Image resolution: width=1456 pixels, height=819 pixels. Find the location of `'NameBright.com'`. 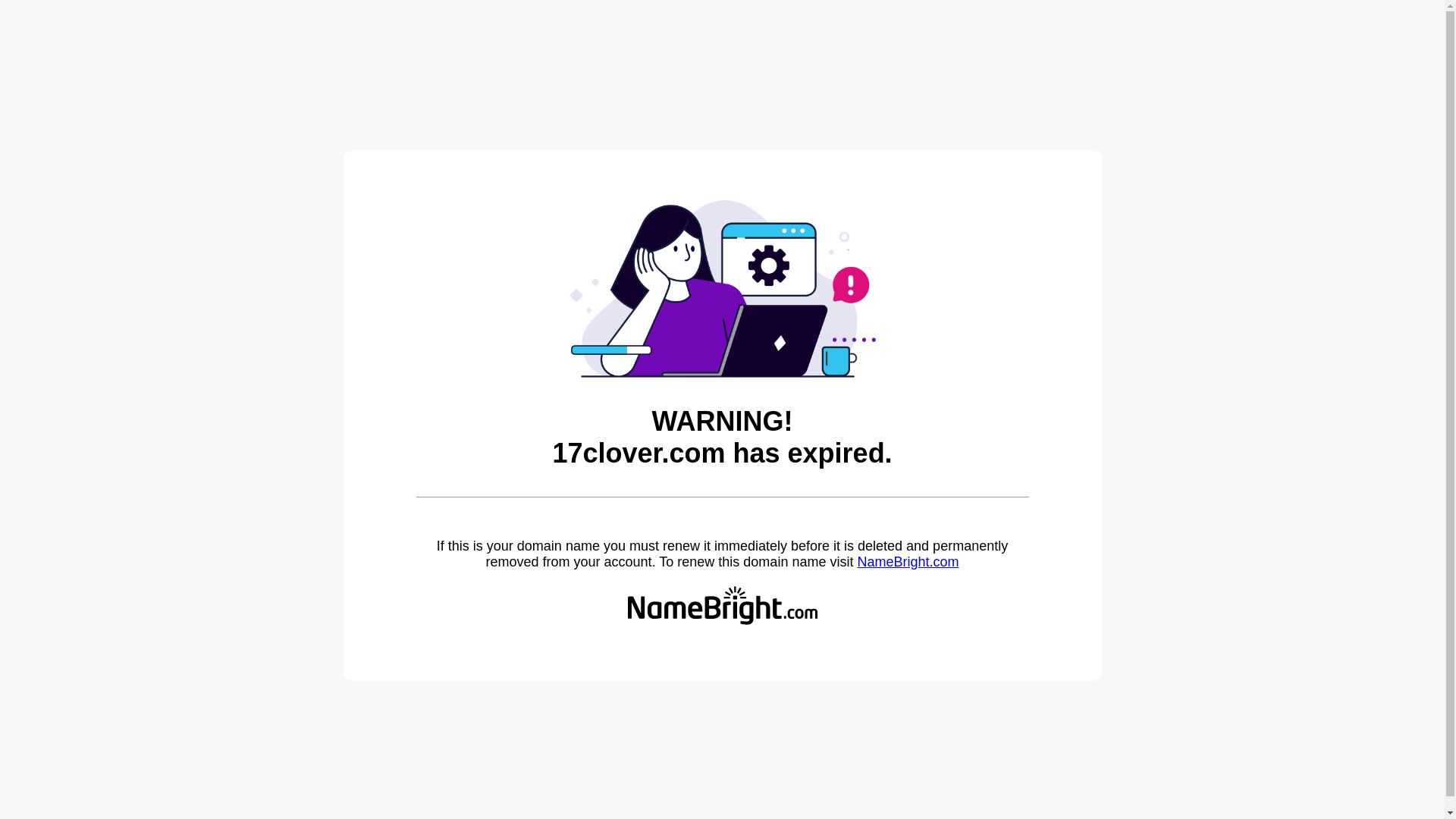

'NameBright.com' is located at coordinates (907, 561).